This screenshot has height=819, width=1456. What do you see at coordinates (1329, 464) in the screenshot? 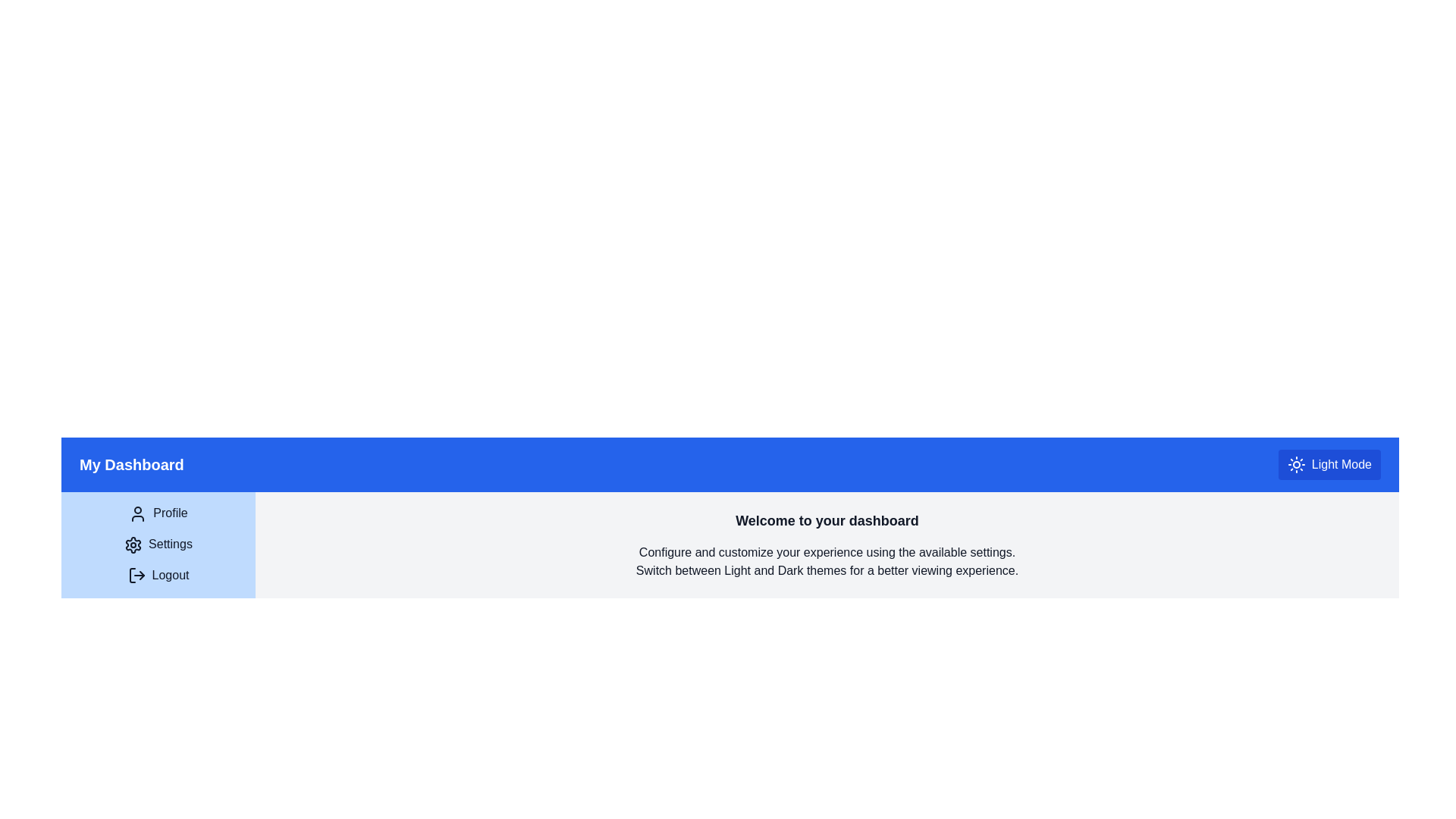
I see `the button in the top-right corner of the blue header titled 'My Dashboard'` at bounding box center [1329, 464].